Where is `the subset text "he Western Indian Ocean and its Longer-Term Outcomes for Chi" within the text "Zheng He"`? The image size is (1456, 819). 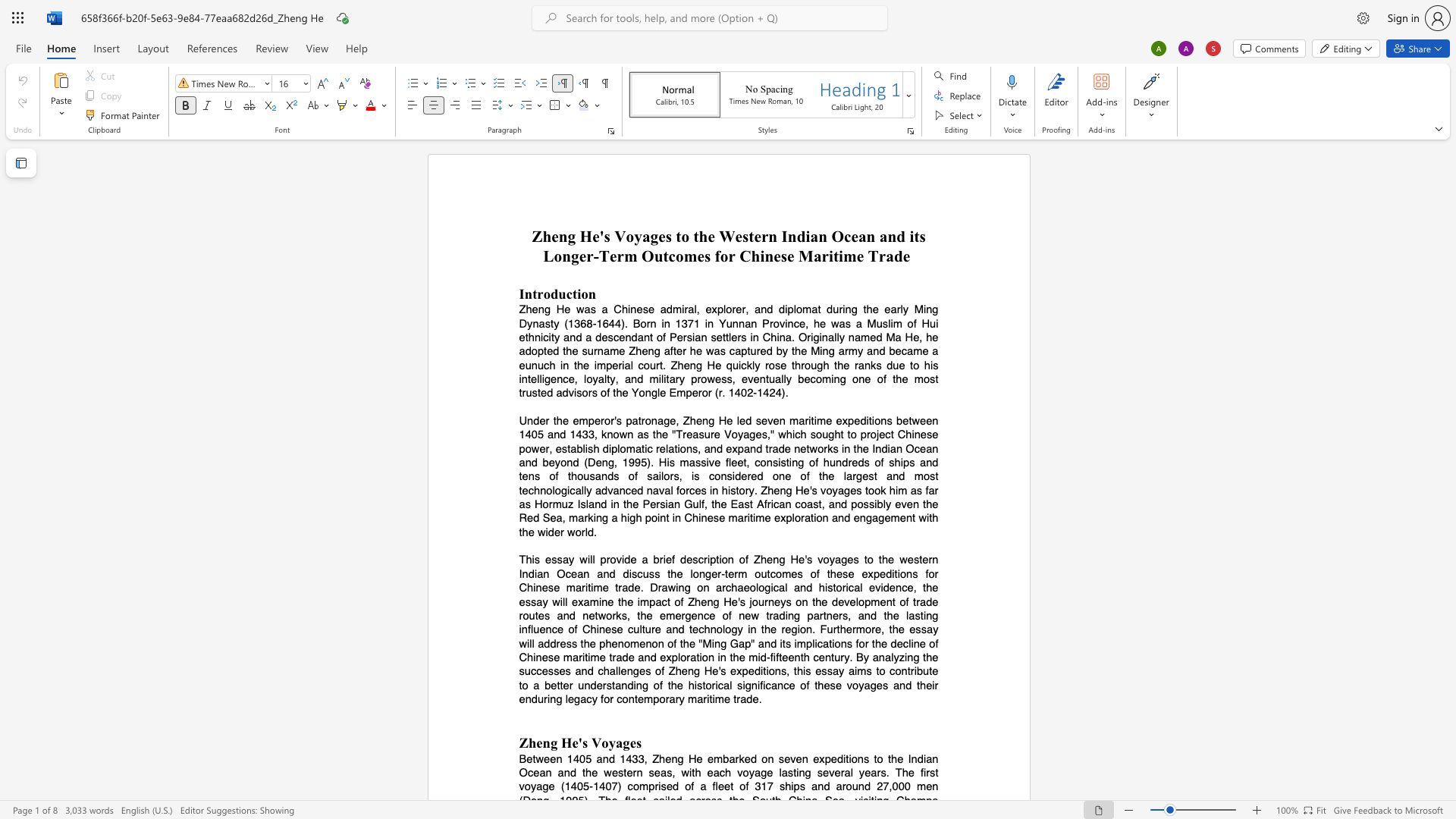
the subset text "he Western Indian Ocean and its Longer-Term Outcomes for Chi" within the text "Zheng He" is located at coordinates (698, 237).